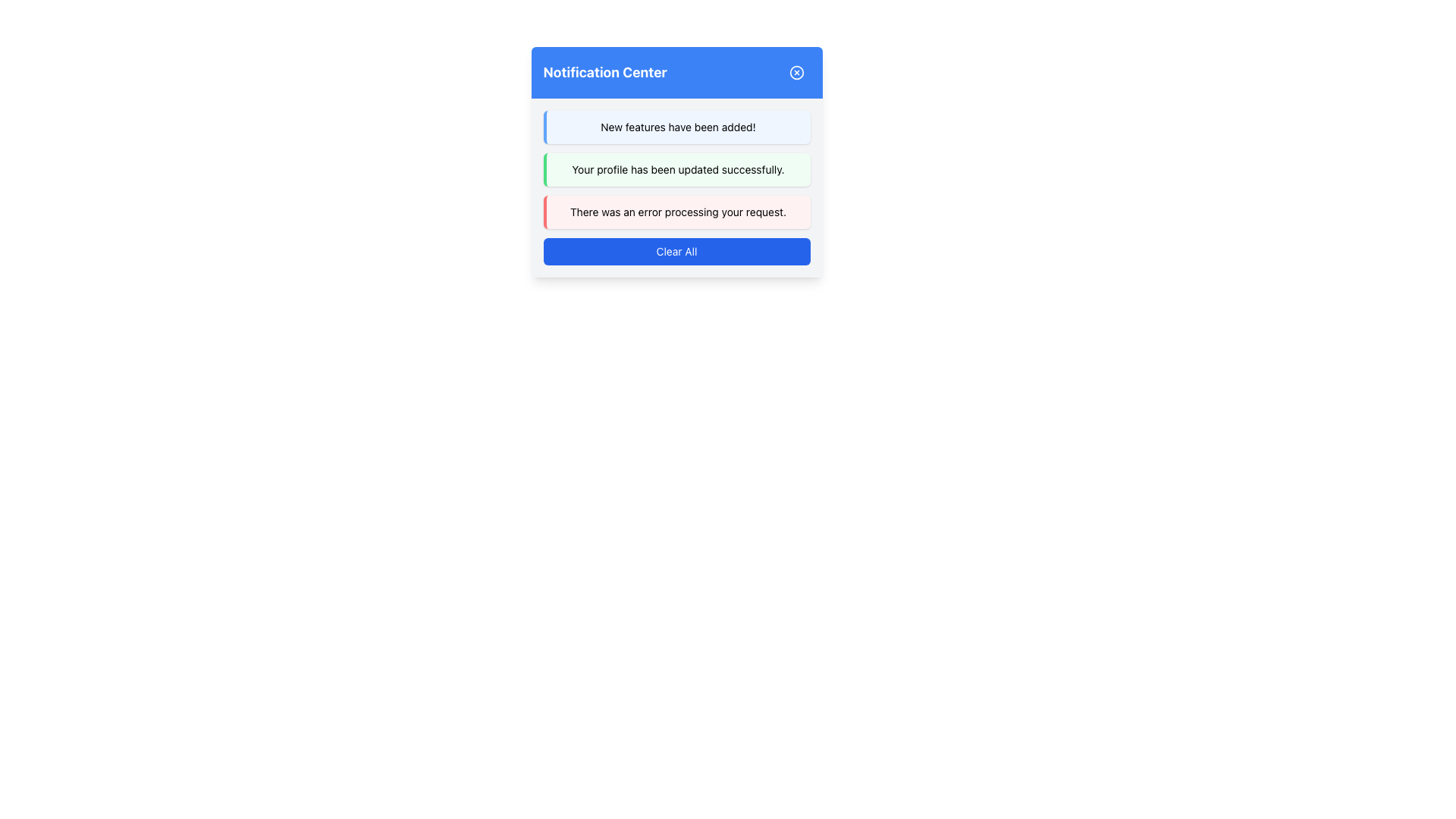  I want to click on the 'Clear All' button, which is a rectangular button with a blue background and white text, located at the bottom of the notification panel, so click(676, 250).